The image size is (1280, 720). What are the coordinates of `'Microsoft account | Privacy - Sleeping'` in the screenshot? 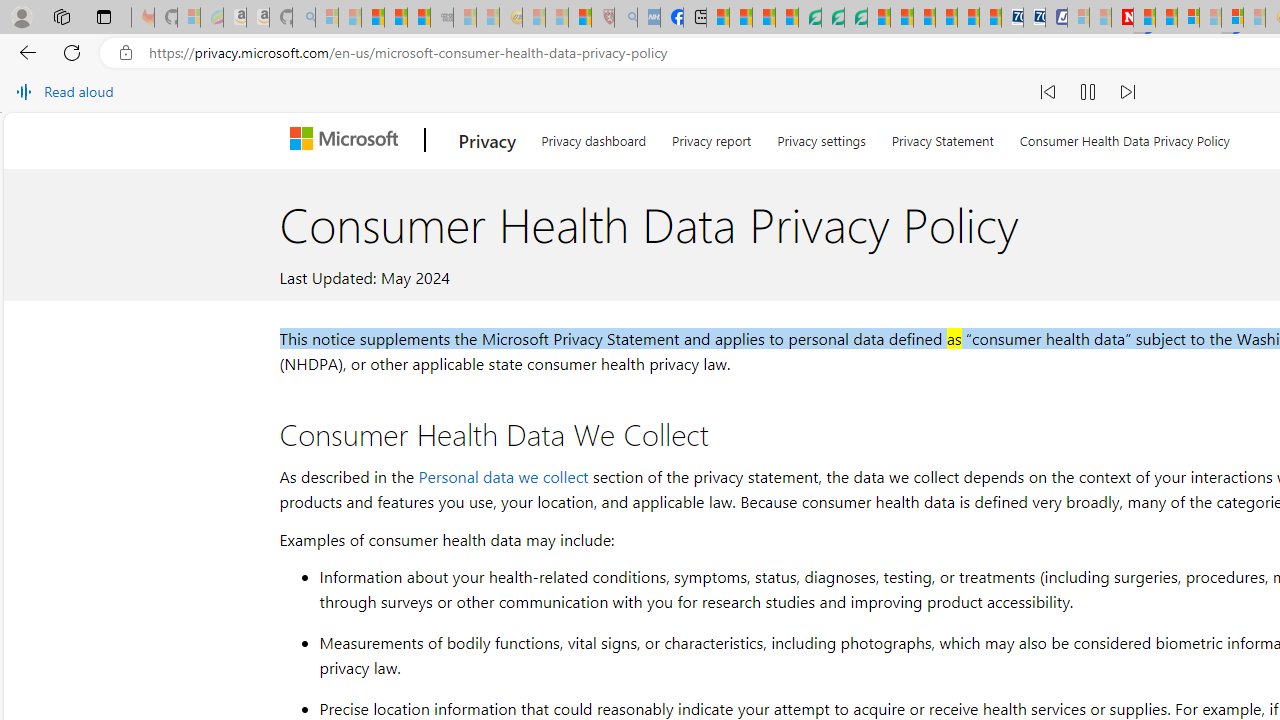 It's located at (1077, 17).